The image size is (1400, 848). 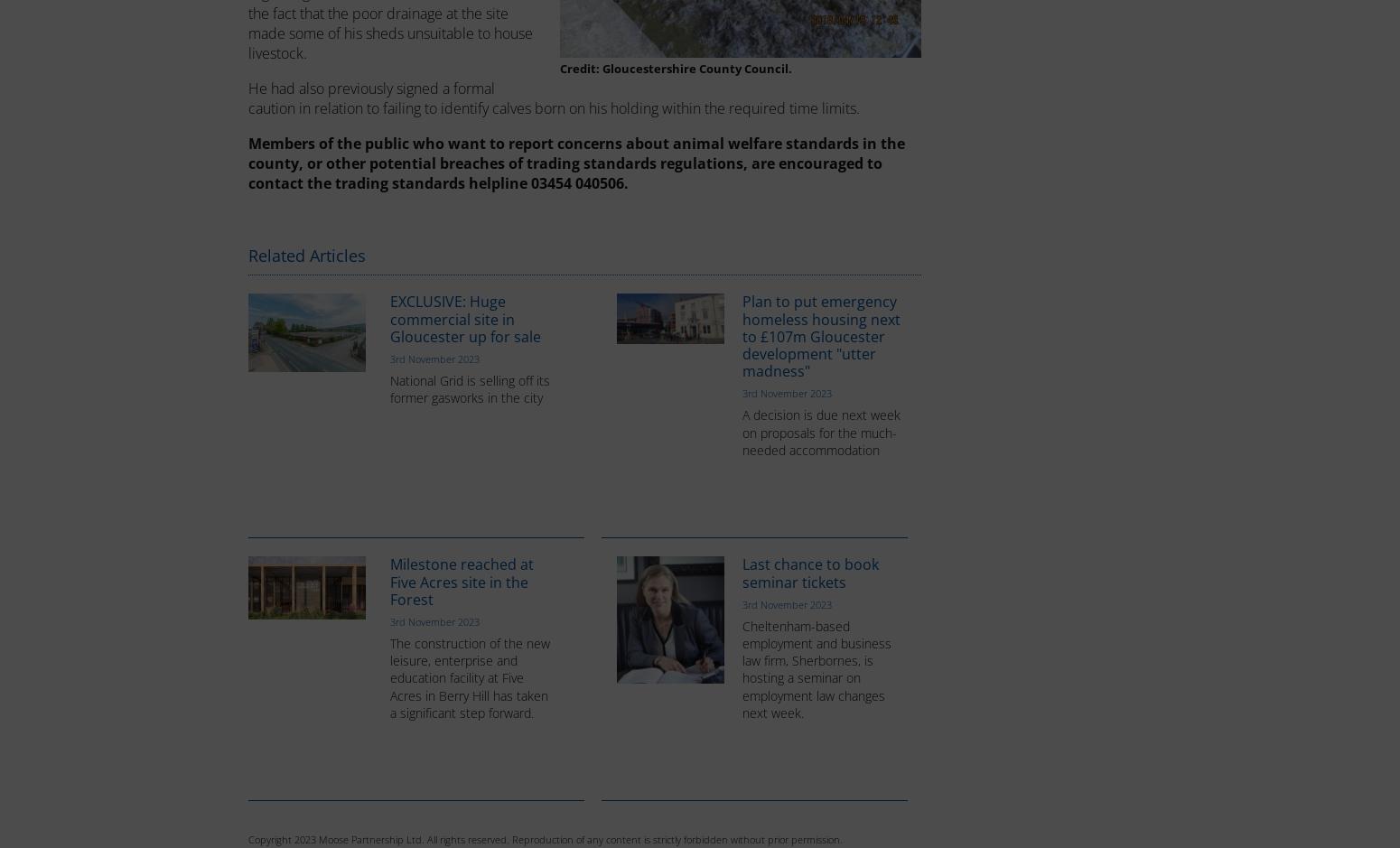 I want to click on 'Copyright 2023 Moose Partnership Ltd. All rights reserved. Reproduction of any content is strictly forbidden without prior permission.', so click(x=546, y=837).